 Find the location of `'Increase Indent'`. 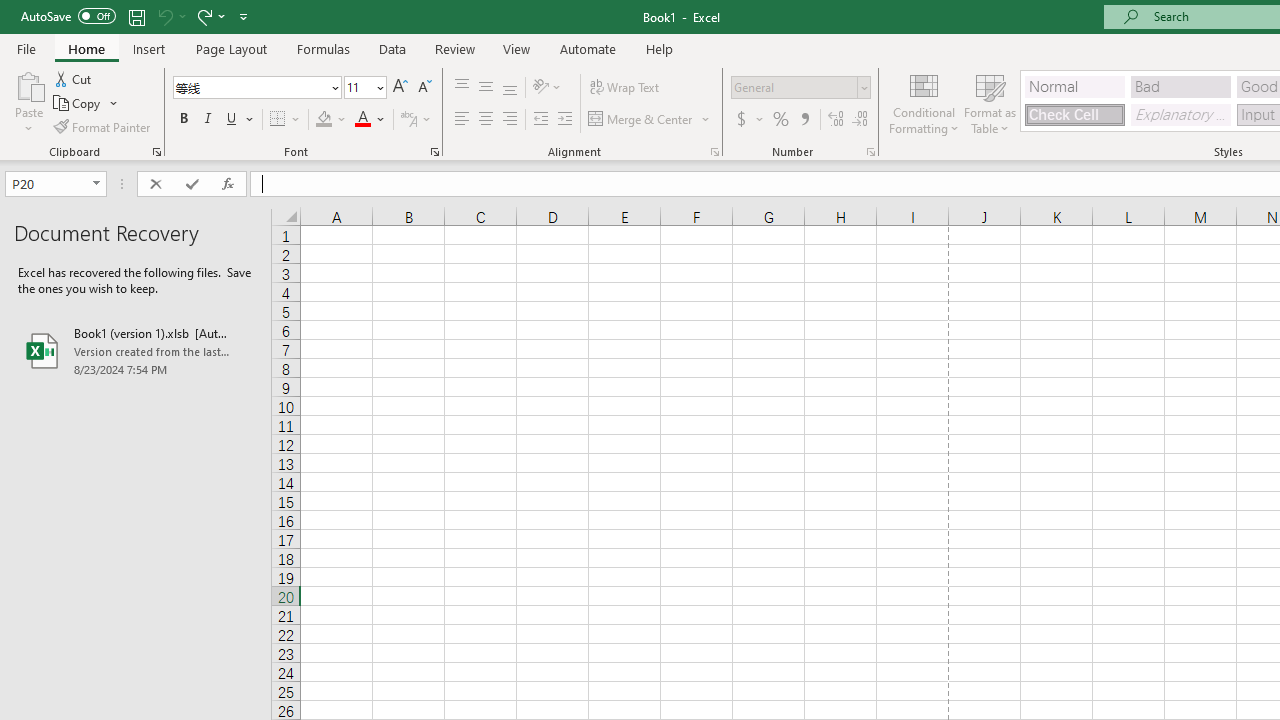

'Increase Indent' is located at coordinates (564, 119).